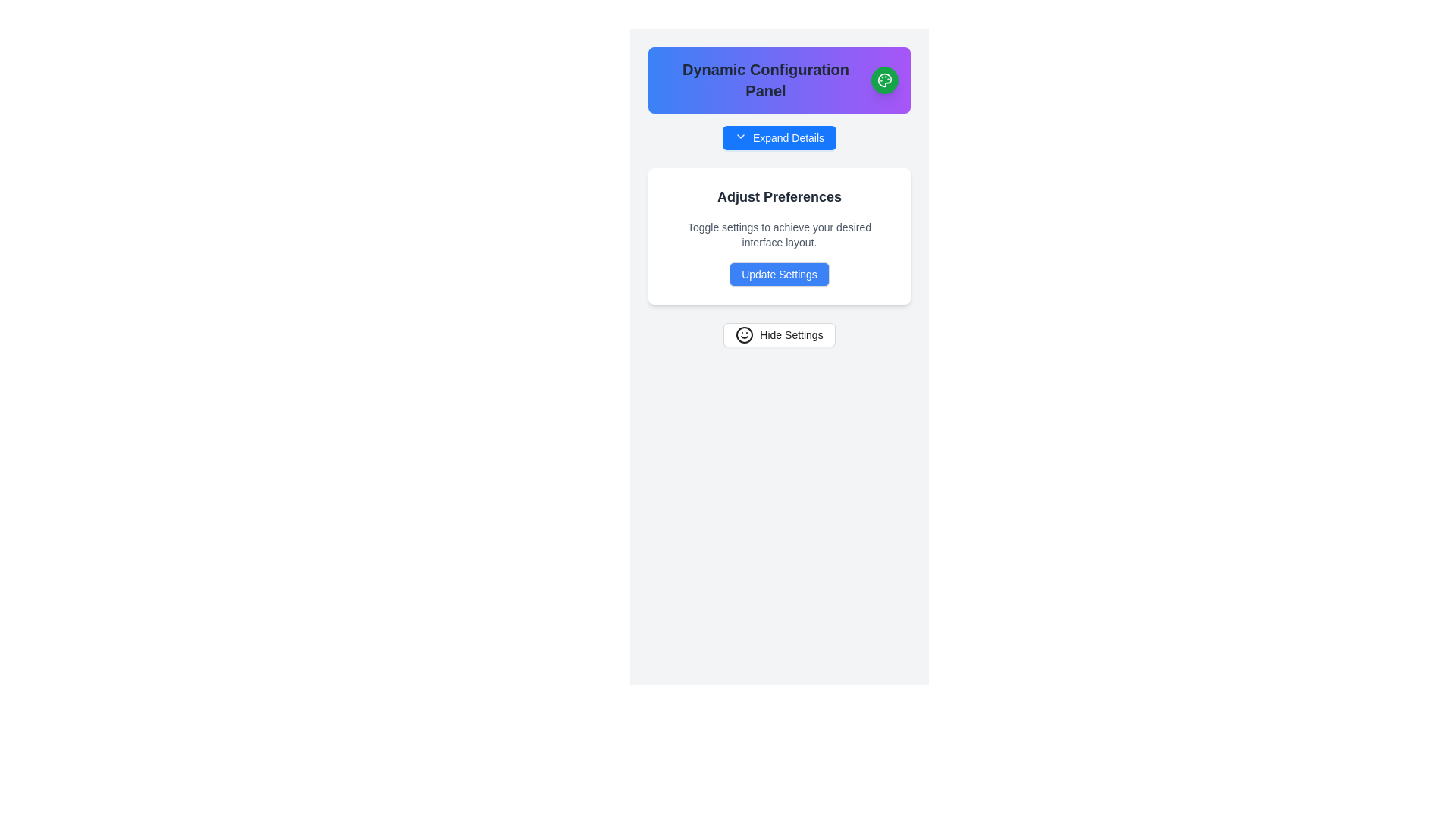 The height and width of the screenshot is (819, 1456). Describe the element at coordinates (779, 196) in the screenshot. I see `the text label that reads 'Adjust Preferences', which is prominently styled with bold, large letters and is located at the top of the panel in the 'Dynamic Configuration Panel'` at that location.